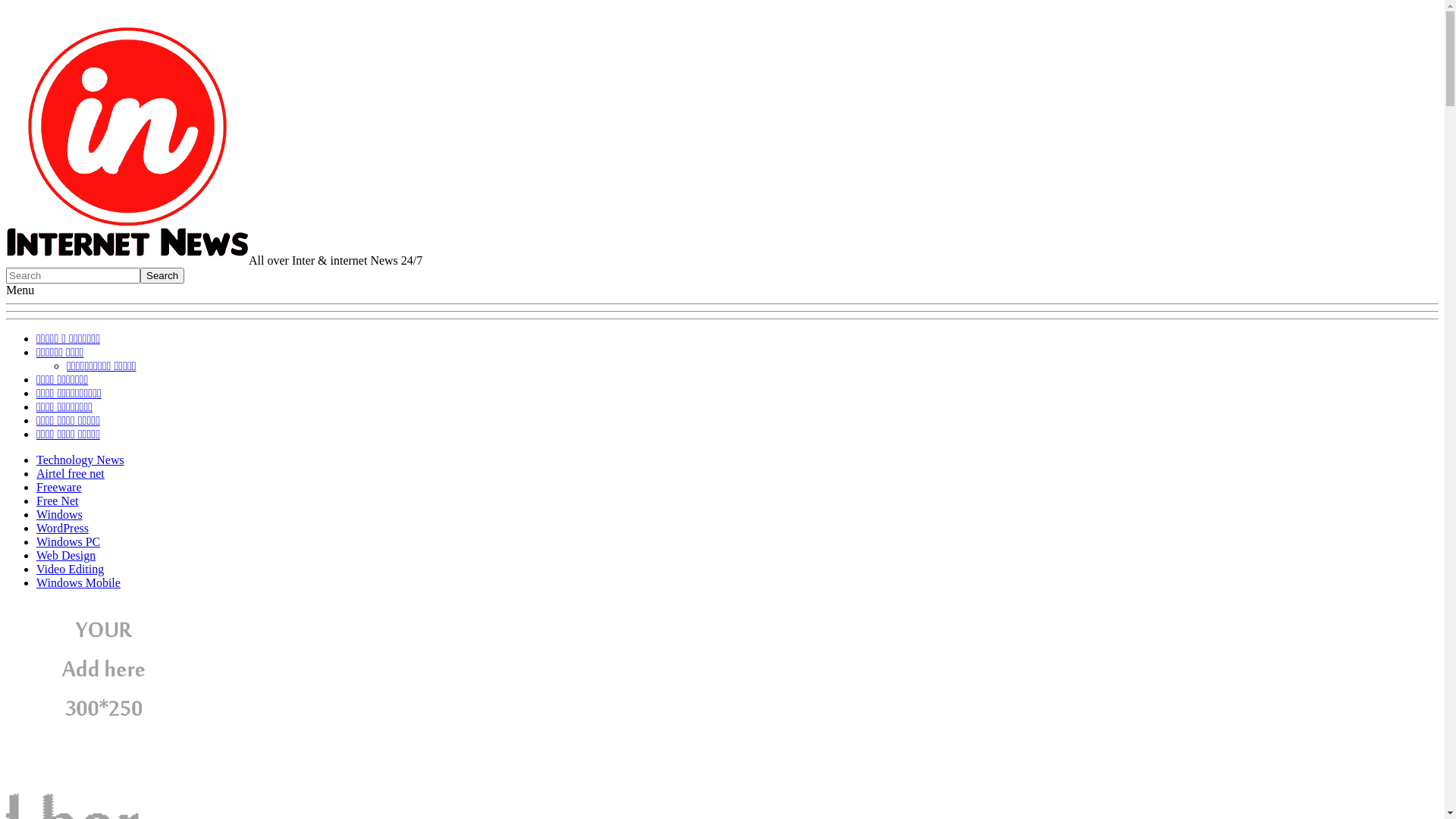  Describe the element at coordinates (36, 459) in the screenshot. I see `'Technology News'` at that location.